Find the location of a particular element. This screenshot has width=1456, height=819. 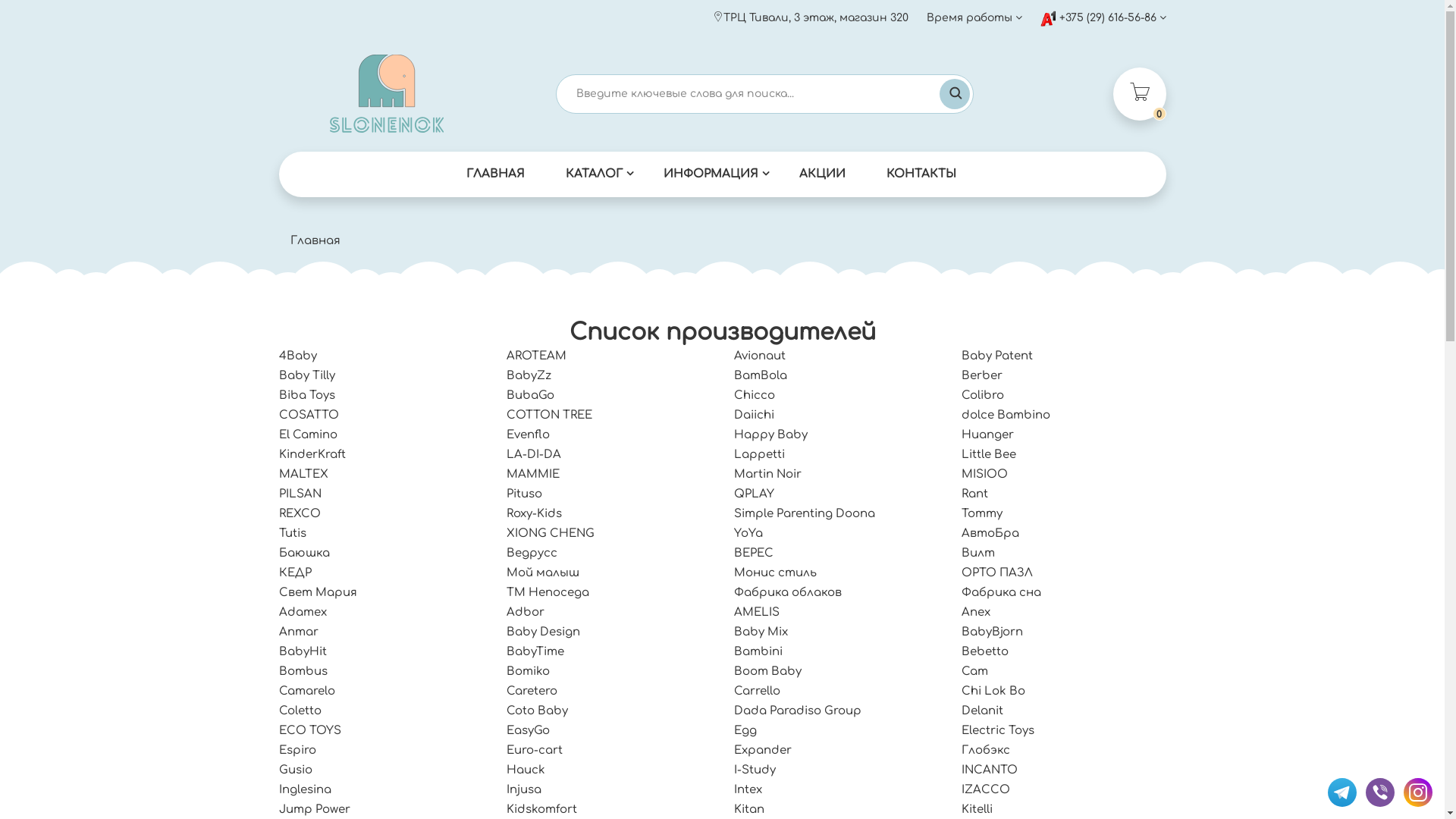

'BubaGo' is located at coordinates (530, 394).